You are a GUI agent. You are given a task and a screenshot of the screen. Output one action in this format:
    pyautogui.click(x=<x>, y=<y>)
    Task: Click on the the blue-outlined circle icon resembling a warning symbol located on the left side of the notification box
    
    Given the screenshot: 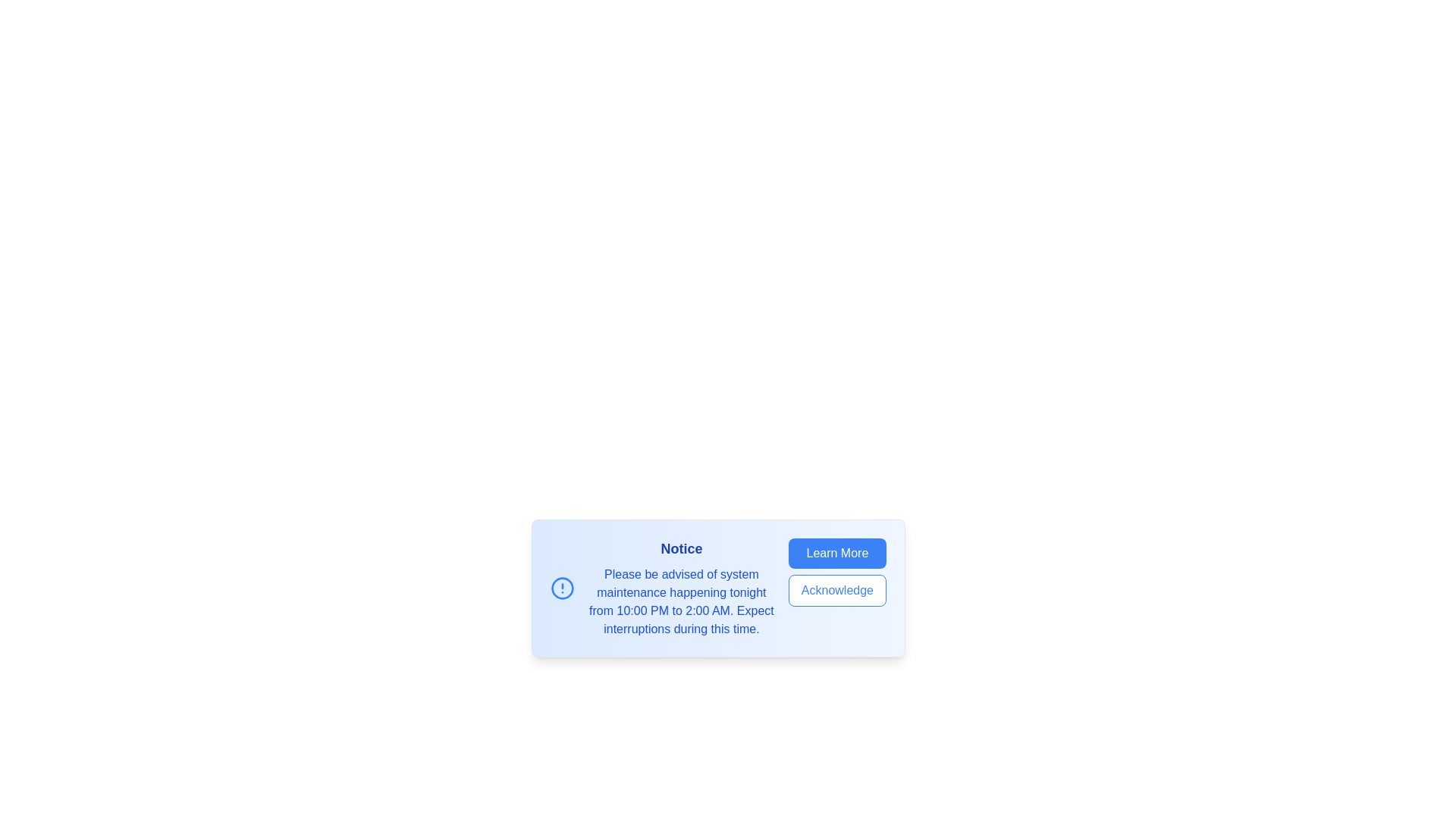 What is the action you would take?
    pyautogui.click(x=562, y=587)
    